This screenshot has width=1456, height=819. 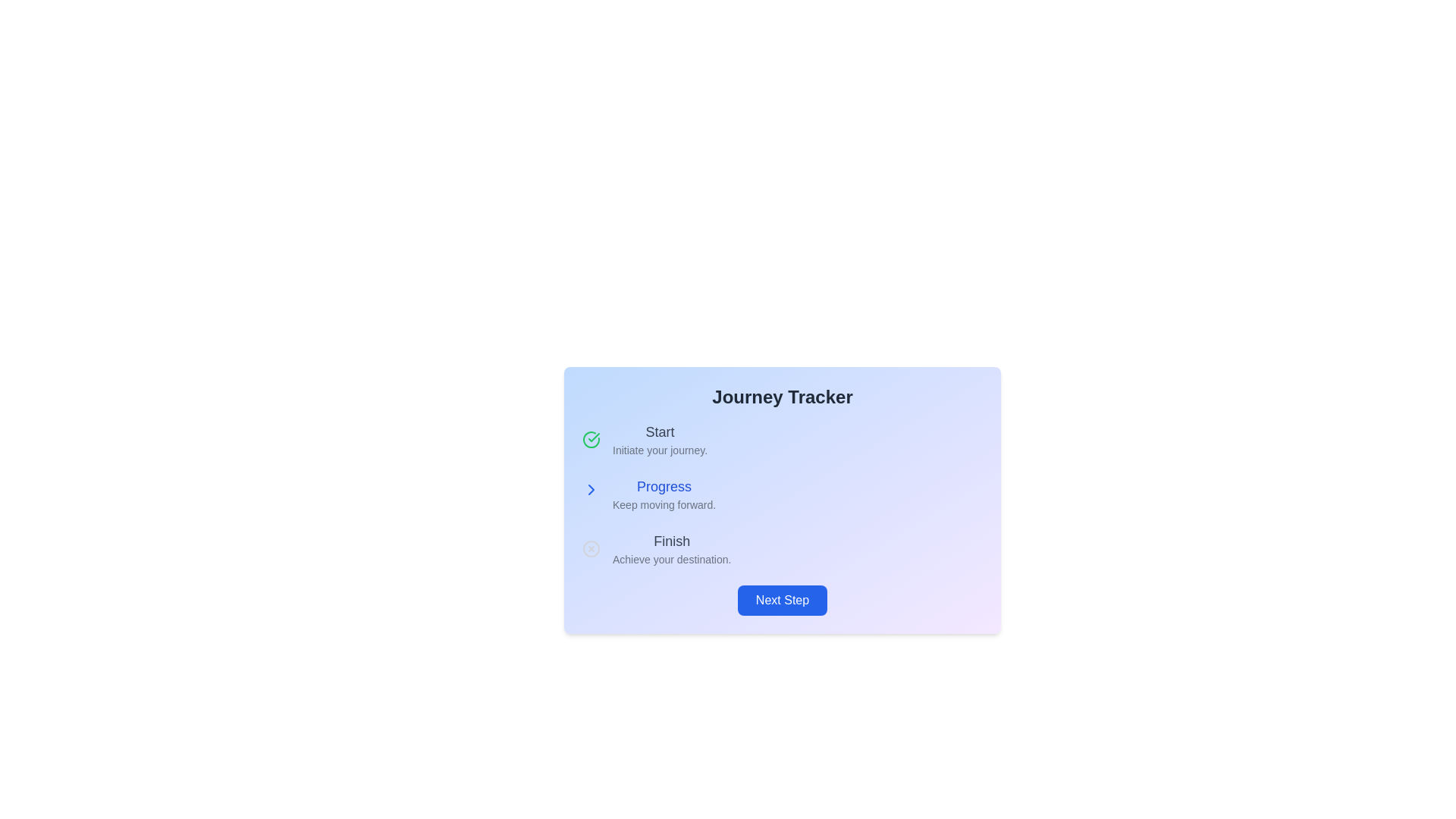 What do you see at coordinates (660, 432) in the screenshot?
I see `the text label displaying 'Start', which is styled in gray and located at the top-left of a vertically arranged list within a rectangular card` at bounding box center [660, 432].